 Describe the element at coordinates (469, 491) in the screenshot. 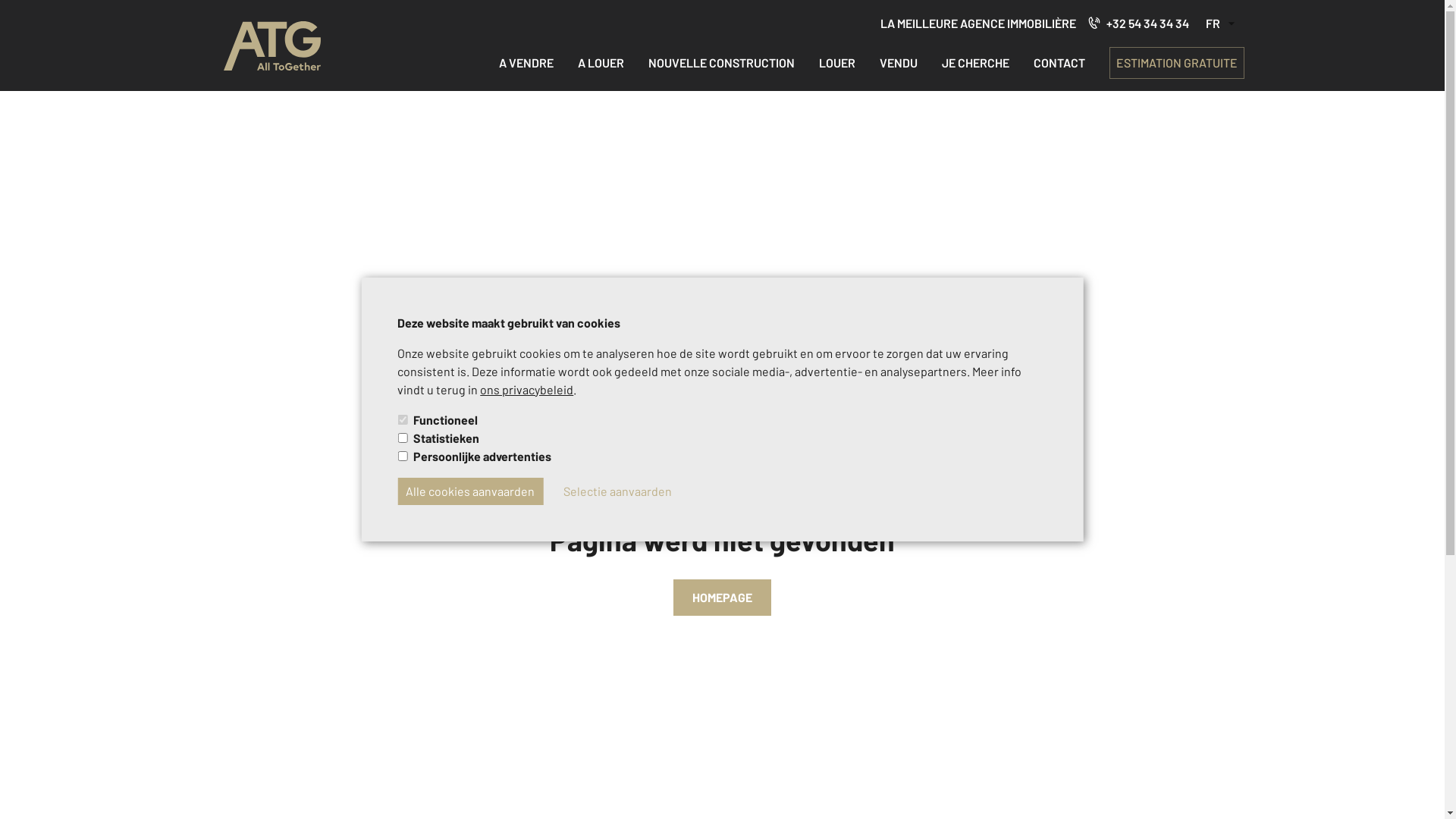

I see `'Alle cookies aanvaarden'` at that location.